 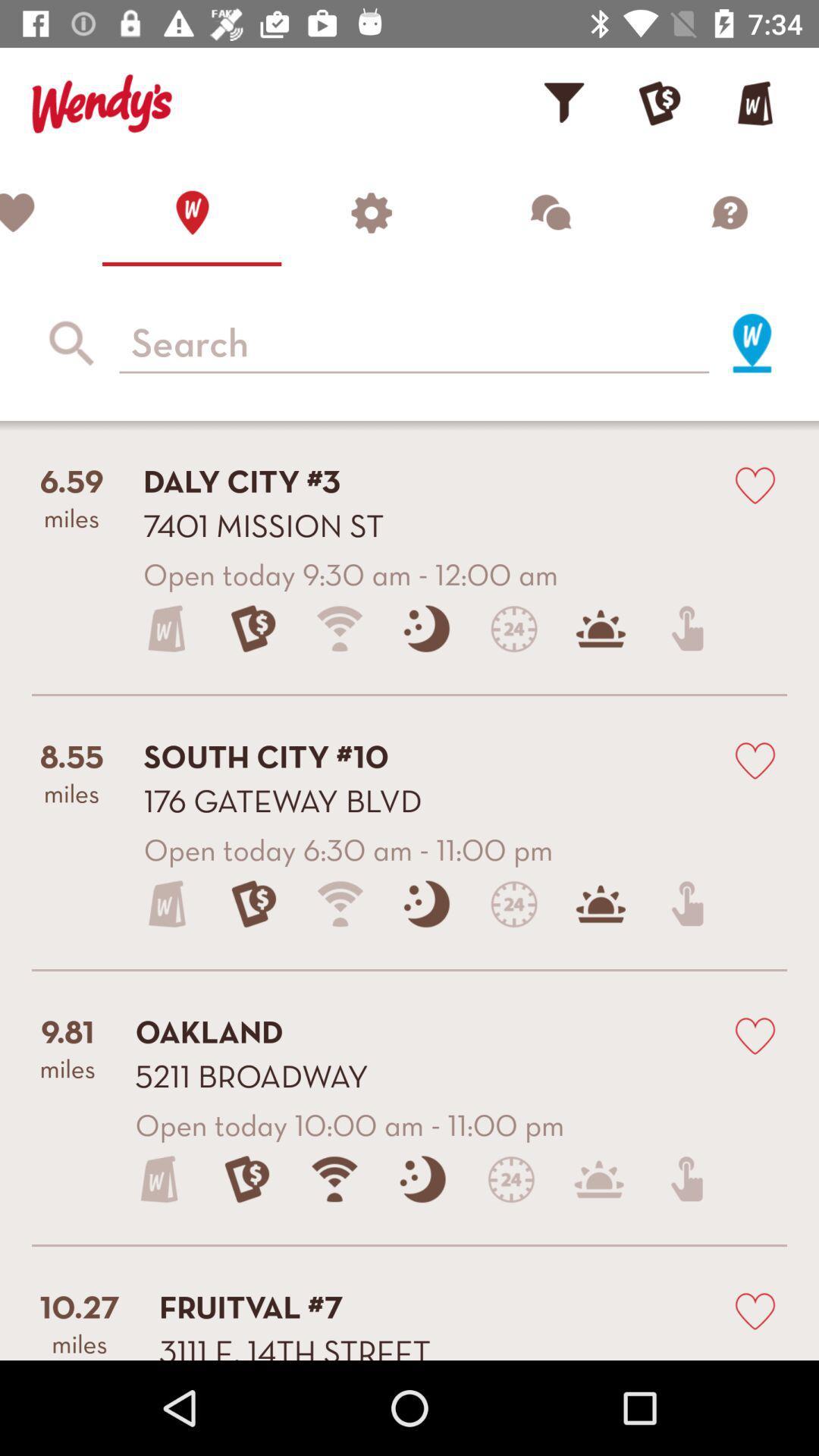 I want to click on mark as favourite, so click(x=755, y=483).